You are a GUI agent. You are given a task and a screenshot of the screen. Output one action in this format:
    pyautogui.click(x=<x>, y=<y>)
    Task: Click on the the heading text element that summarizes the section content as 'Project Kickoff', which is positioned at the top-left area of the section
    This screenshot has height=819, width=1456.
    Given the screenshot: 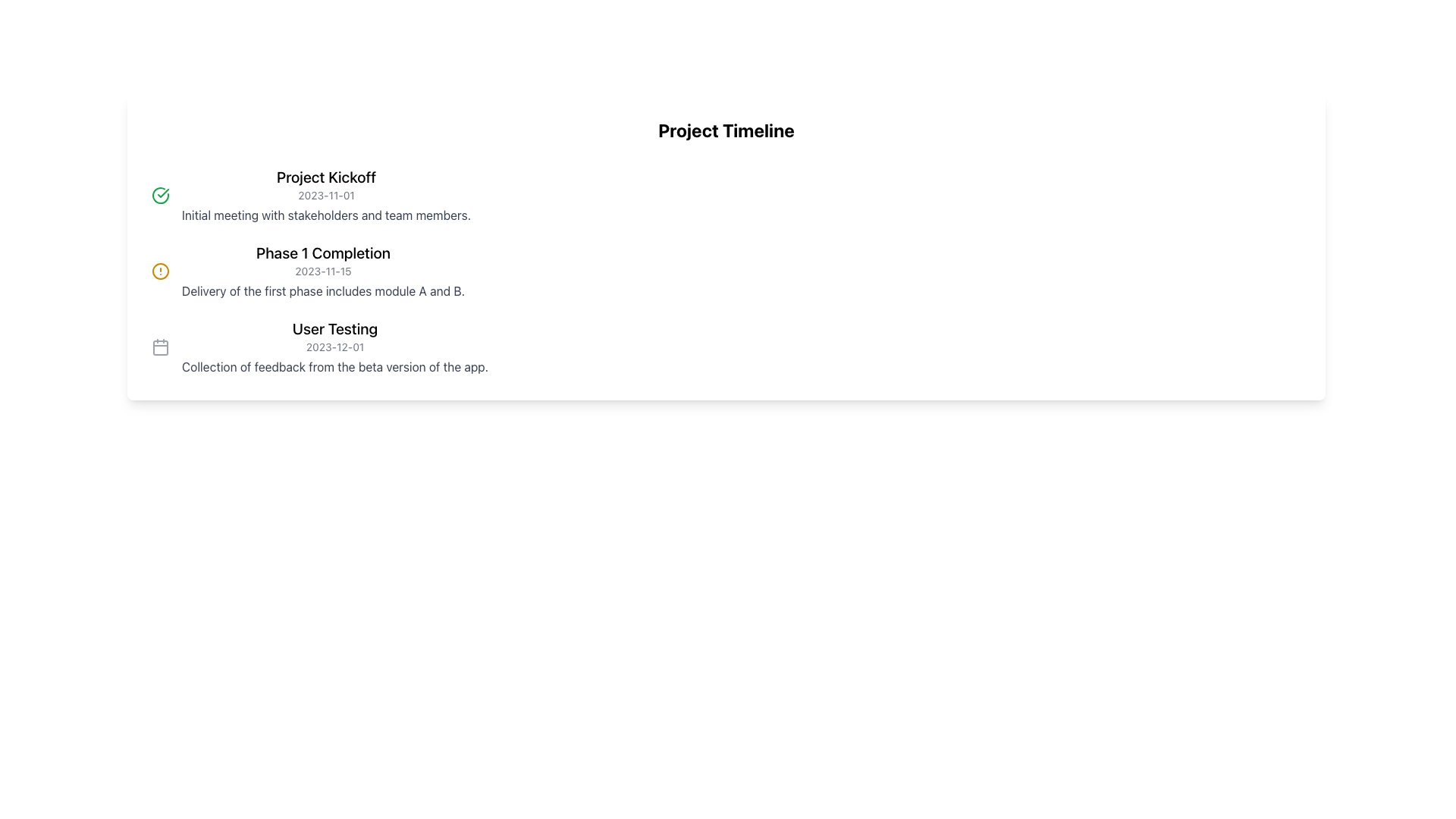 What is the action you would take?
    pyautogui.click(x=325, y=177)
    